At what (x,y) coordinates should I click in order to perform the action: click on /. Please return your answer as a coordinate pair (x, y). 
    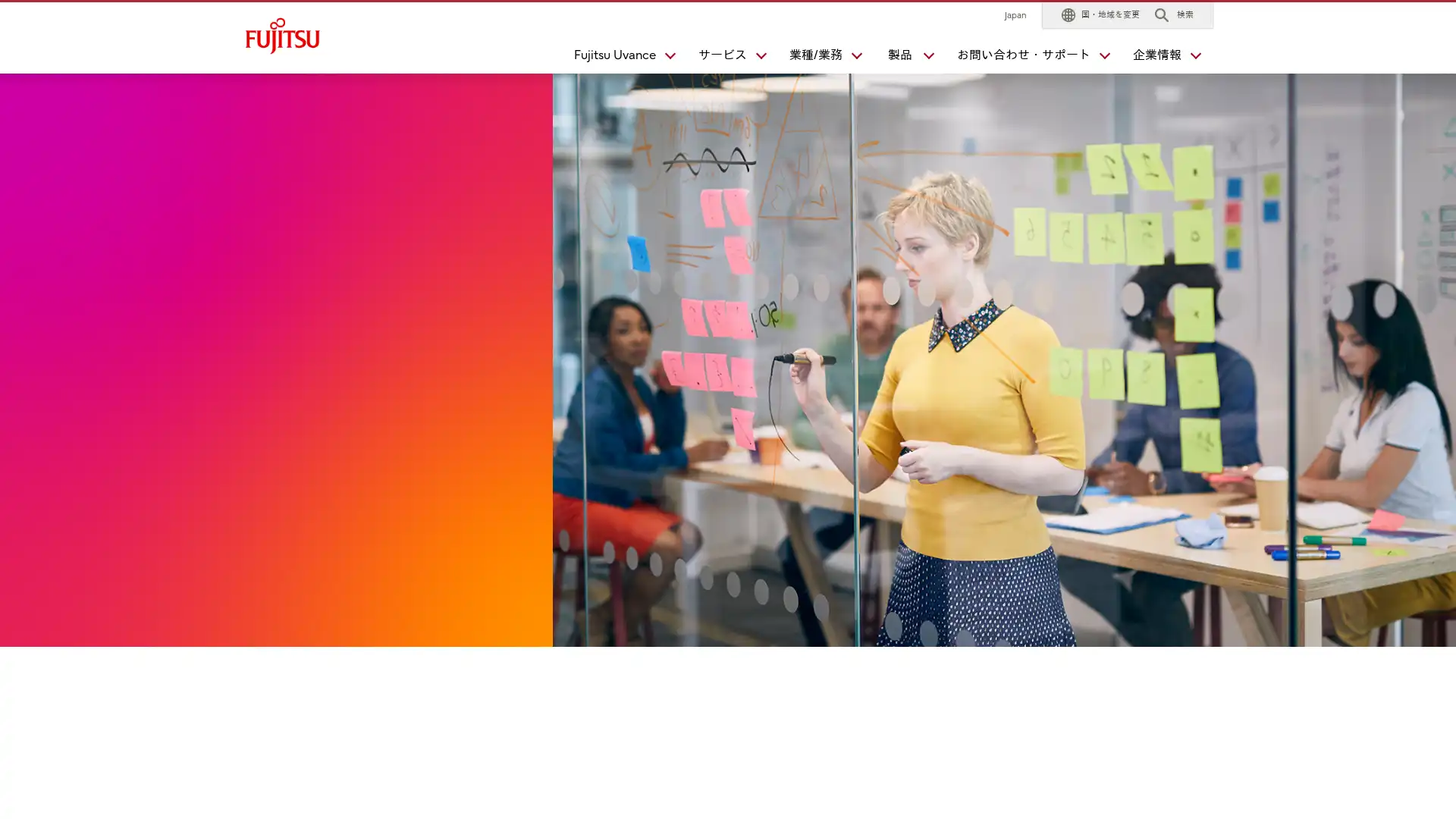
    Looking at the image, I should click on (818, 58).